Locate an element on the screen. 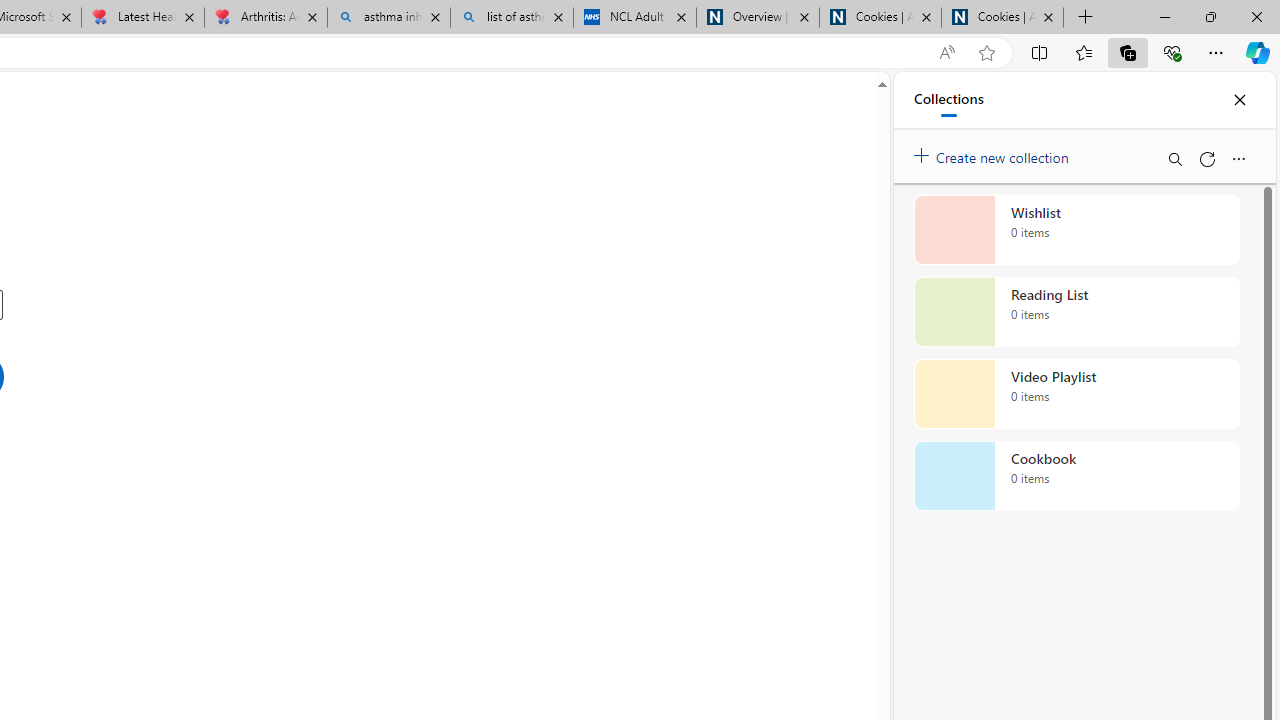 The image size is (1280, 720). 'More options menu' is located at coordinates (1237, 158).